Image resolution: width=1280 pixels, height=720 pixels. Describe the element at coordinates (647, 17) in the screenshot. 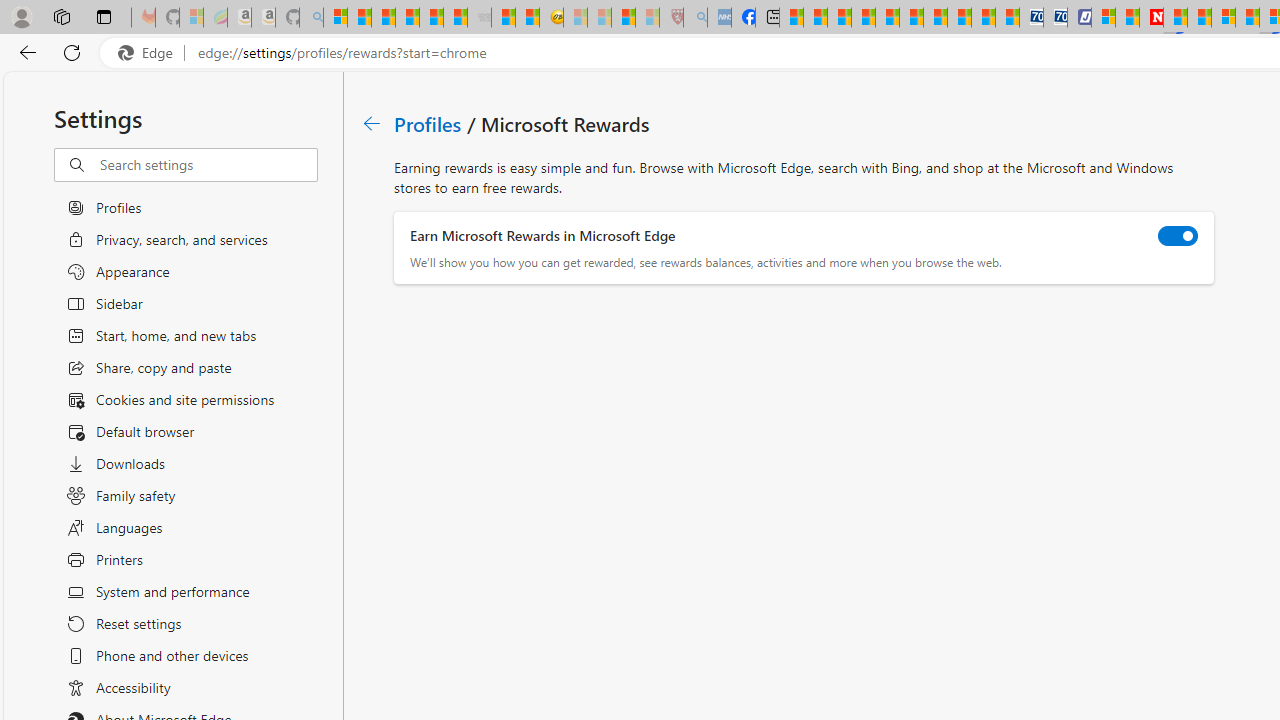

I see `'12 Popular Science Lies that Must be Corrected - Sleeping'` at that location.